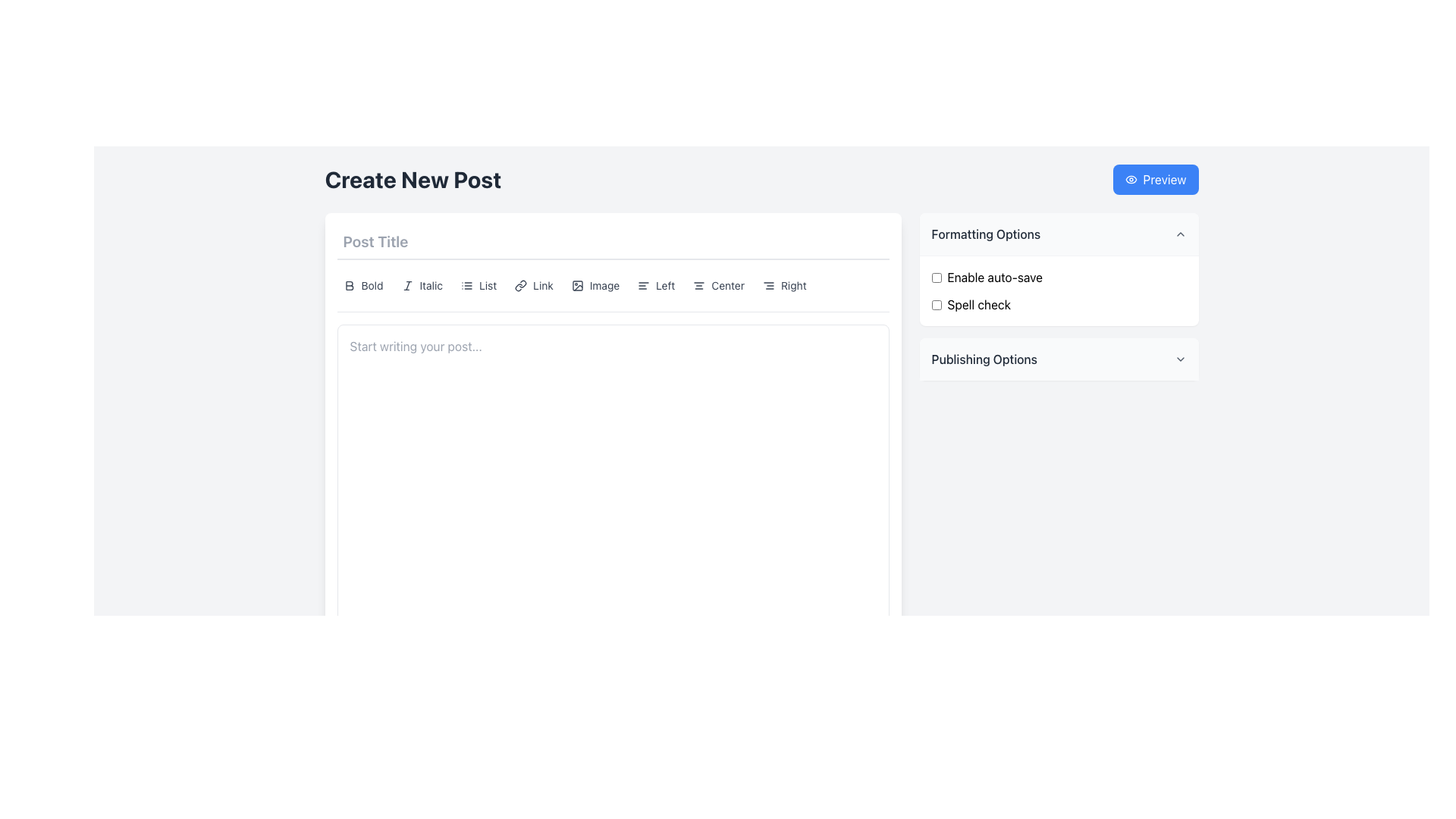  What do you see at coordinates (995, 278) in the screenshot?
I see `text label located to the right of the checkbox in the 'Formatting Options' section to understand the checkbox function` at bounding box center [995, 278].